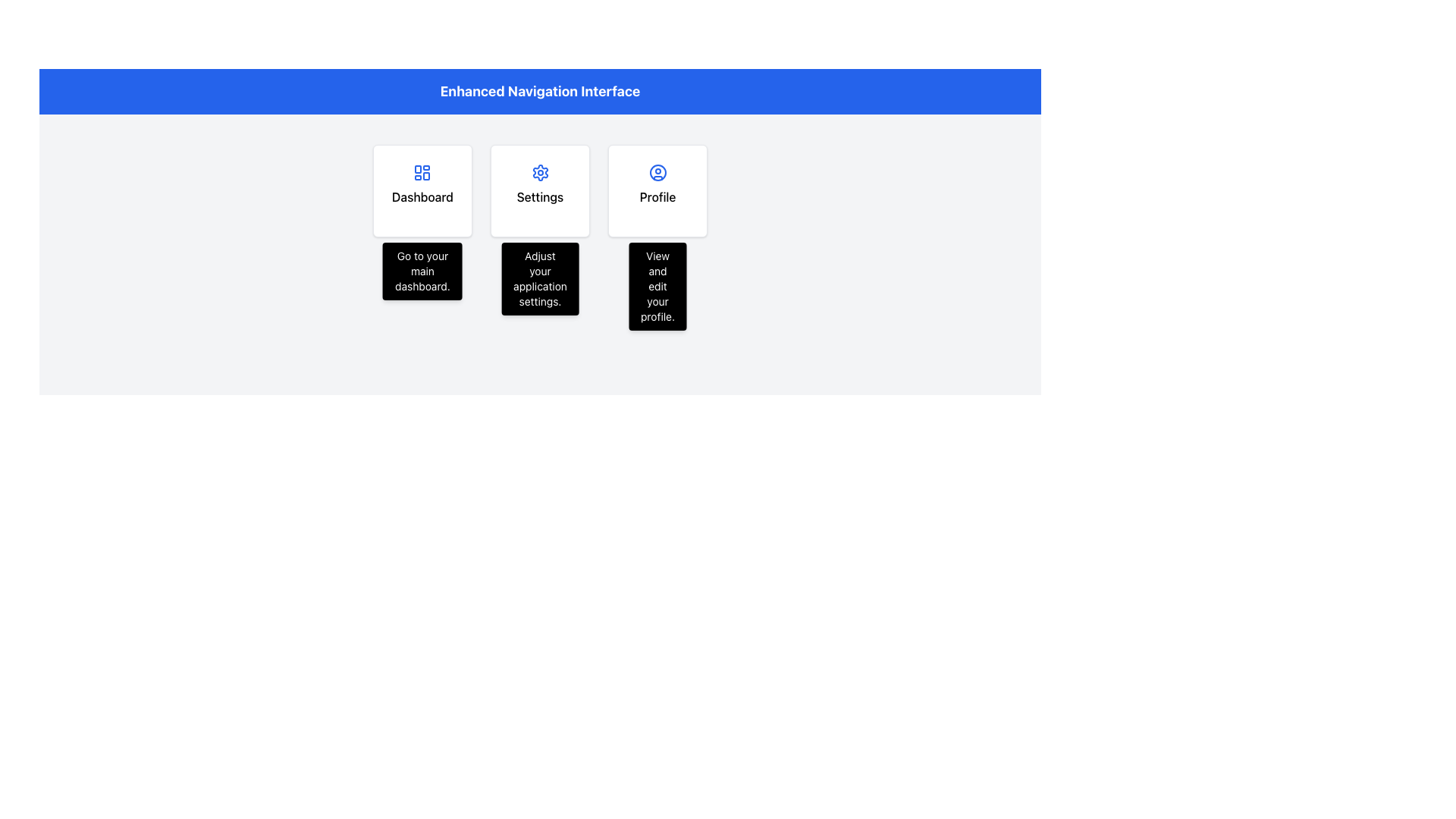 The image size is (1456, 819). I want to click on the 'Dashboard' button, which has a white background, a grid icon, and displays the tooltip 'Go to your main dashboard.', so click(422, 190).